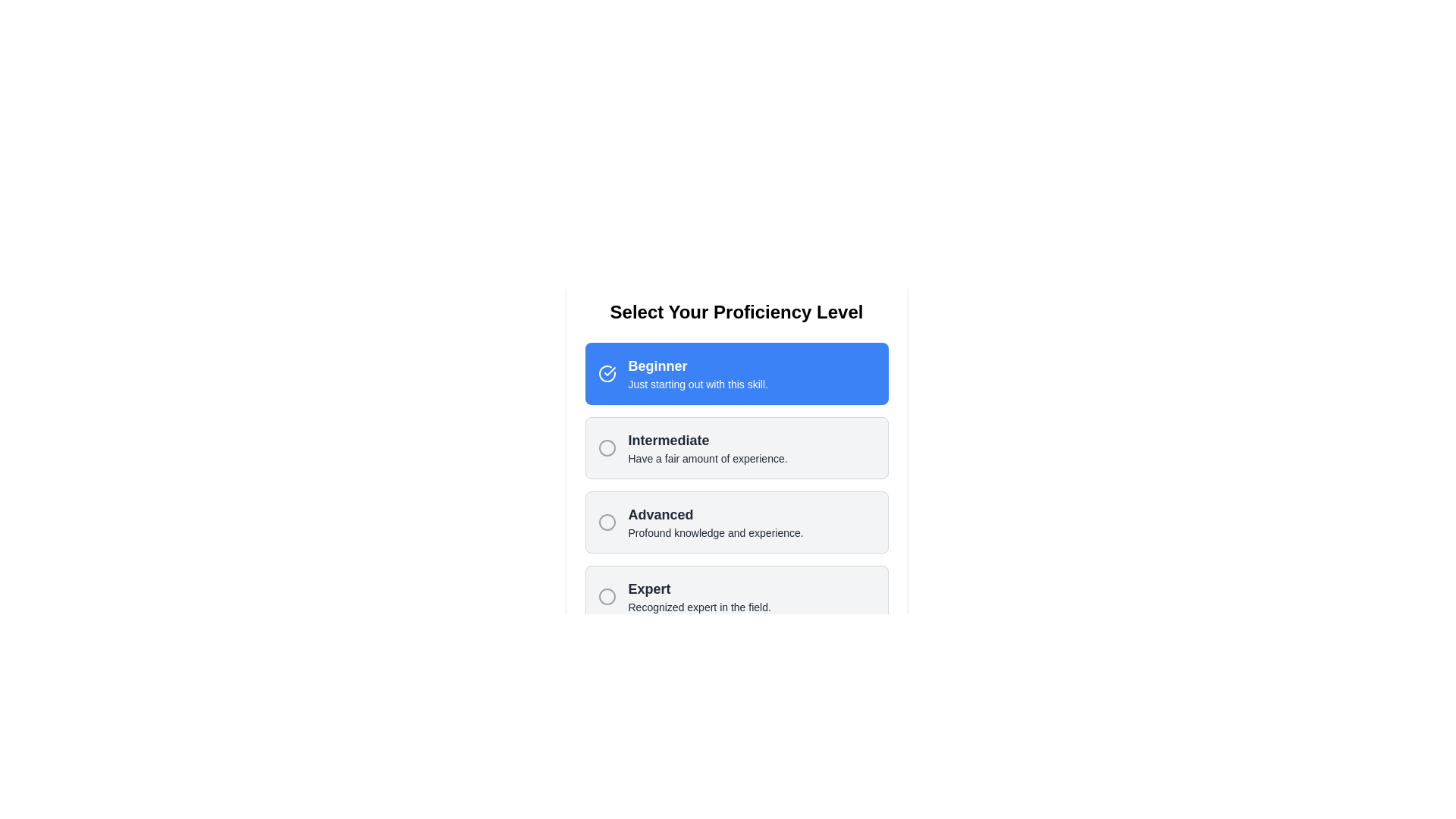 The height and width of the screenshot is (819, 1456). I want to click on the selectable list item labeled 'Advanced', so click(736, 522).